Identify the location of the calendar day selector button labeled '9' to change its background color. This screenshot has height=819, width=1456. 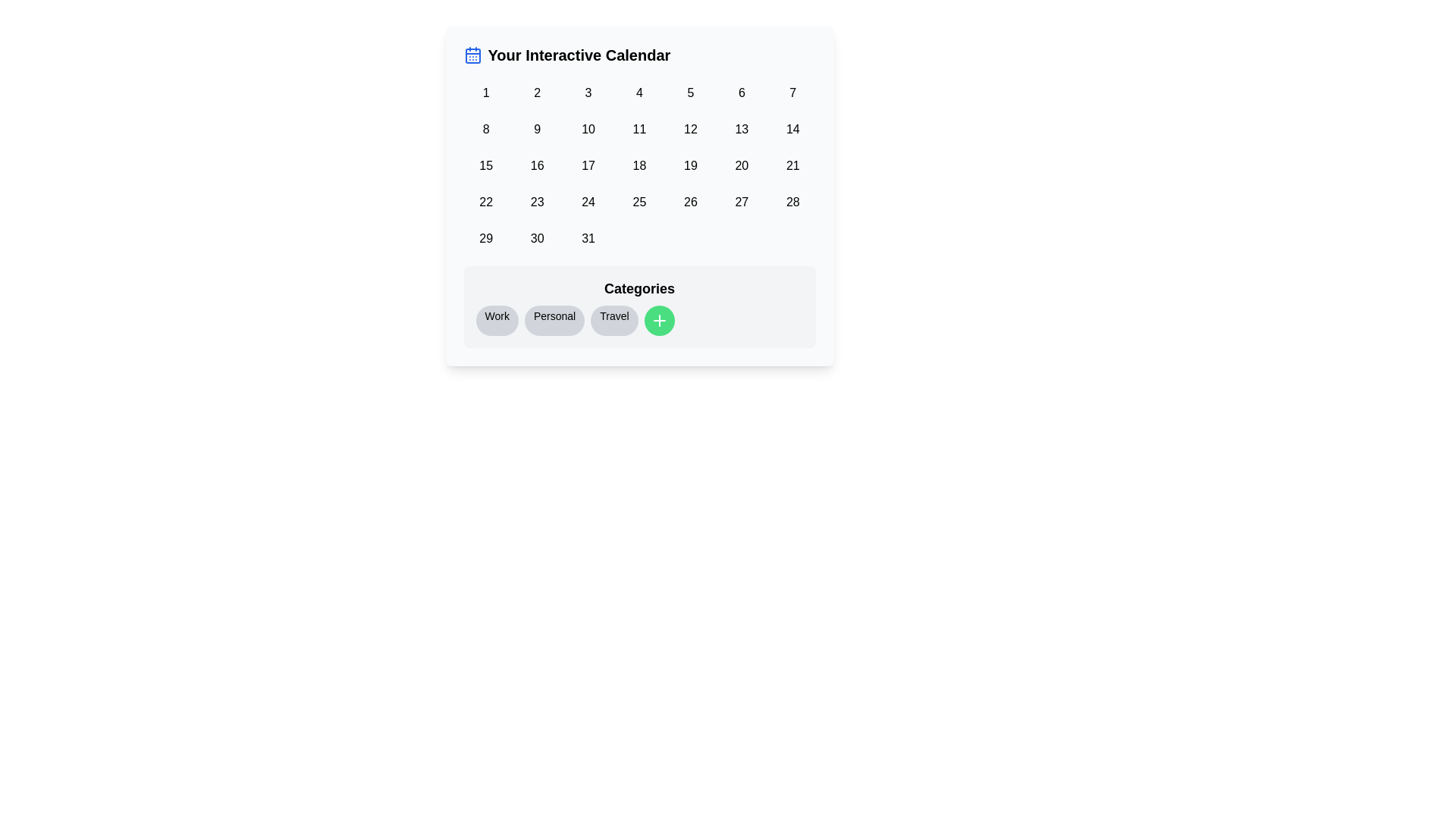
(537, 128).